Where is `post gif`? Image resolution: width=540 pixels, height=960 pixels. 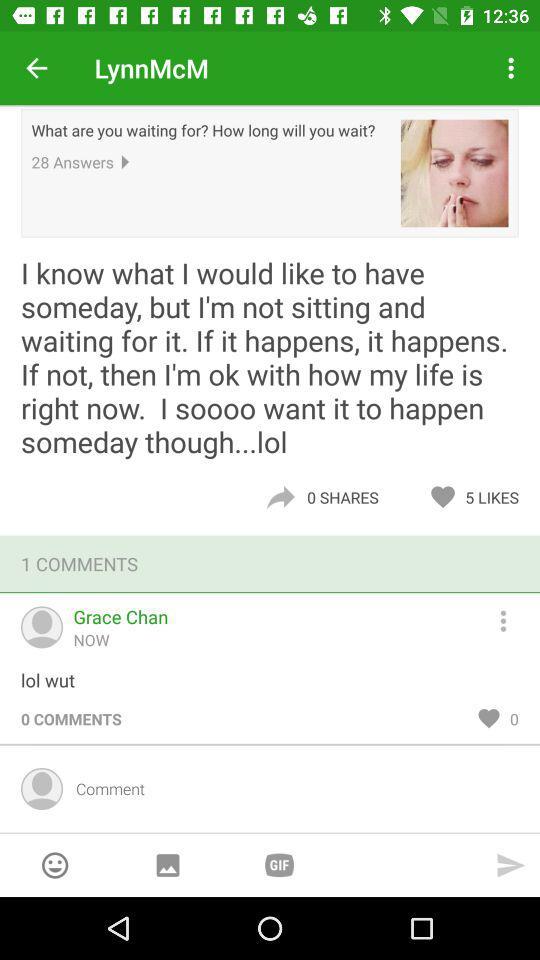 post gif is located at coordinates (278, 864).